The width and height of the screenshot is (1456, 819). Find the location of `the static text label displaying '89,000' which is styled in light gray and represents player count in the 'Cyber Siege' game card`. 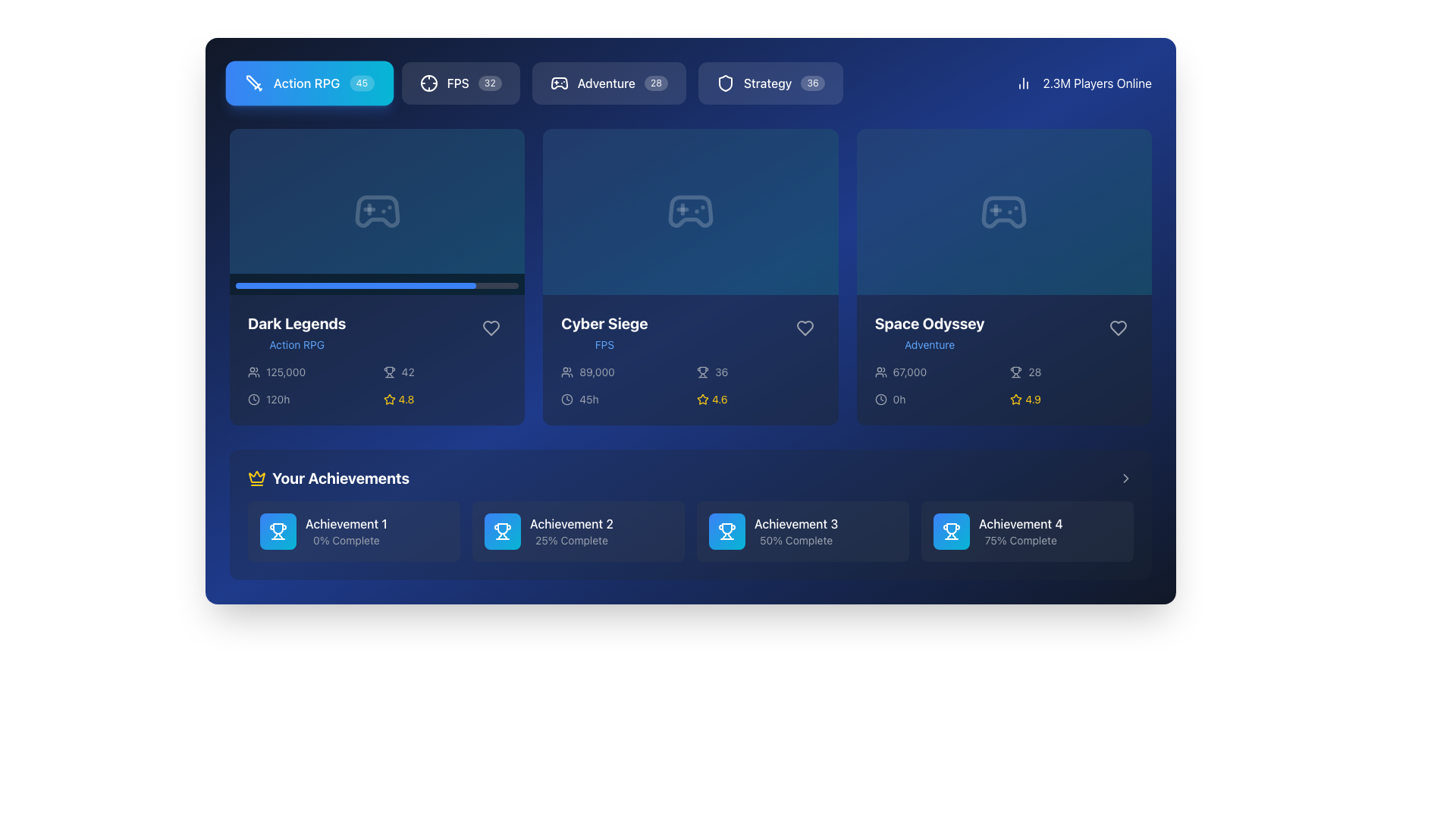

the static text label displaying '89,000' which is styled in light gray and represents player count in the 'Cyber Siege' game card is located at coordinates (596, 372).